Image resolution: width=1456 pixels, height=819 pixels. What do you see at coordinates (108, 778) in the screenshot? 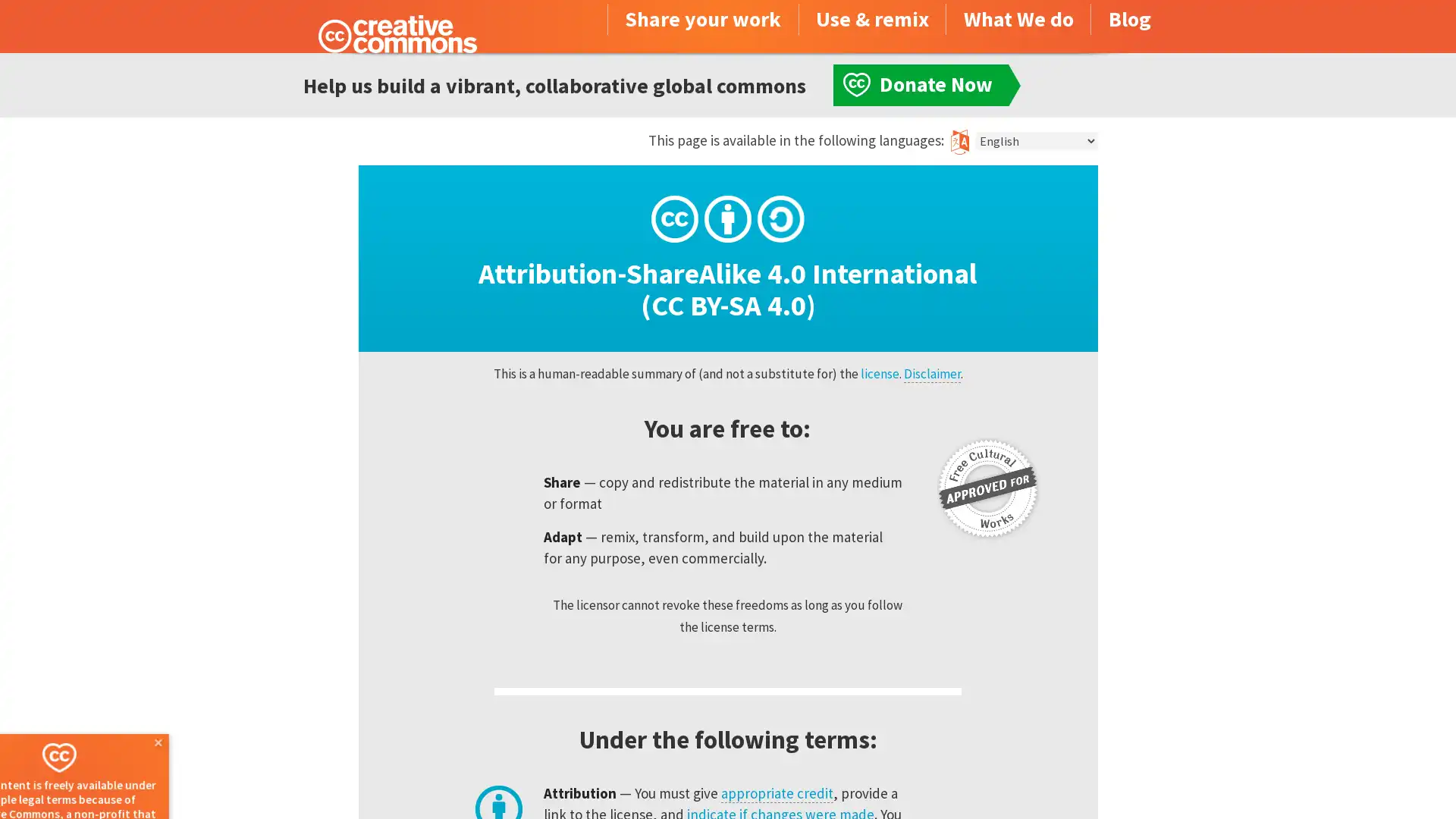
I see `Donate Now` at bounding box center [108, 778].